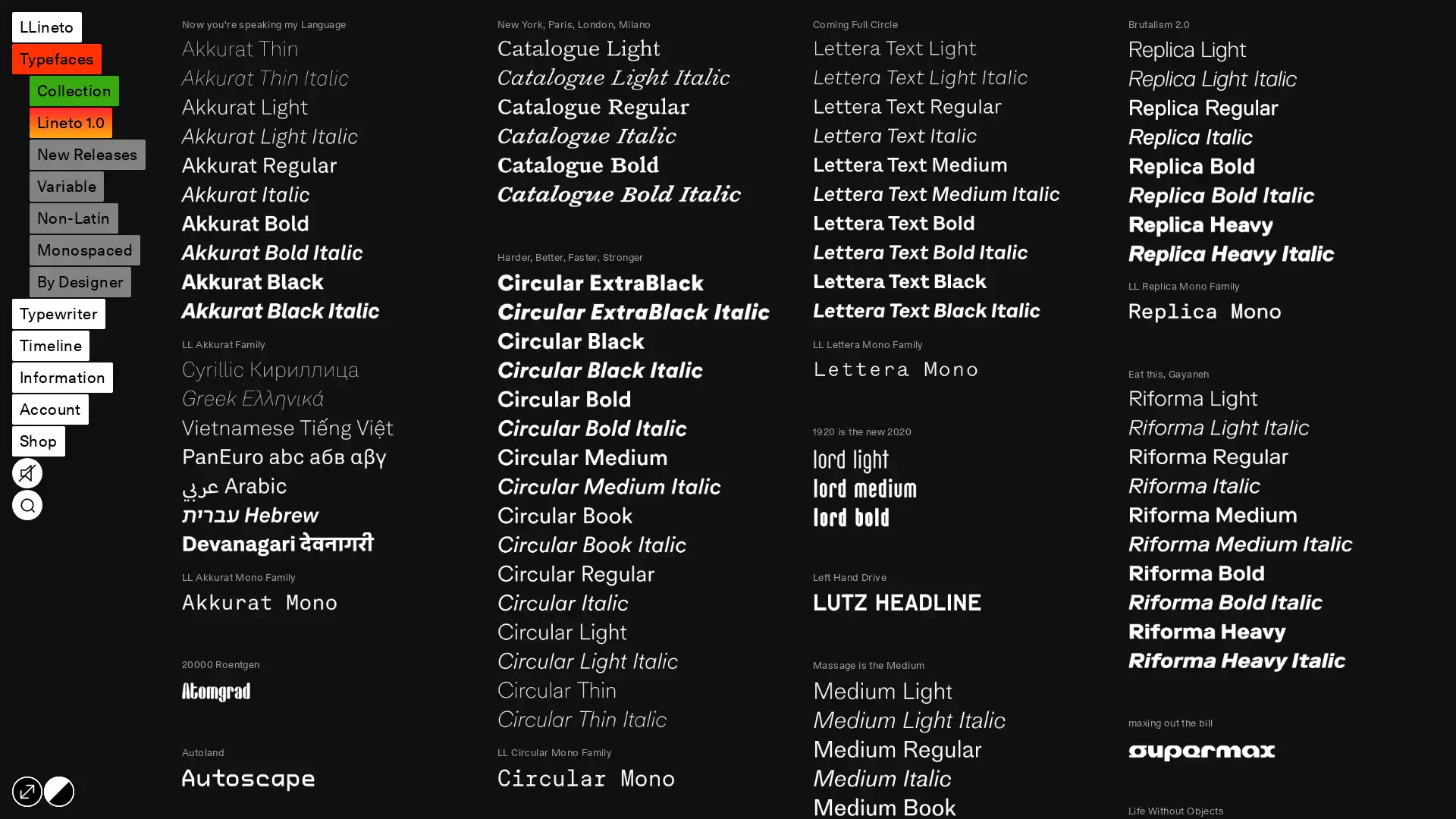 Image resolution: width=1456 pixels, height=819 pixels. I want to click on LLineto, so click(46, 27).